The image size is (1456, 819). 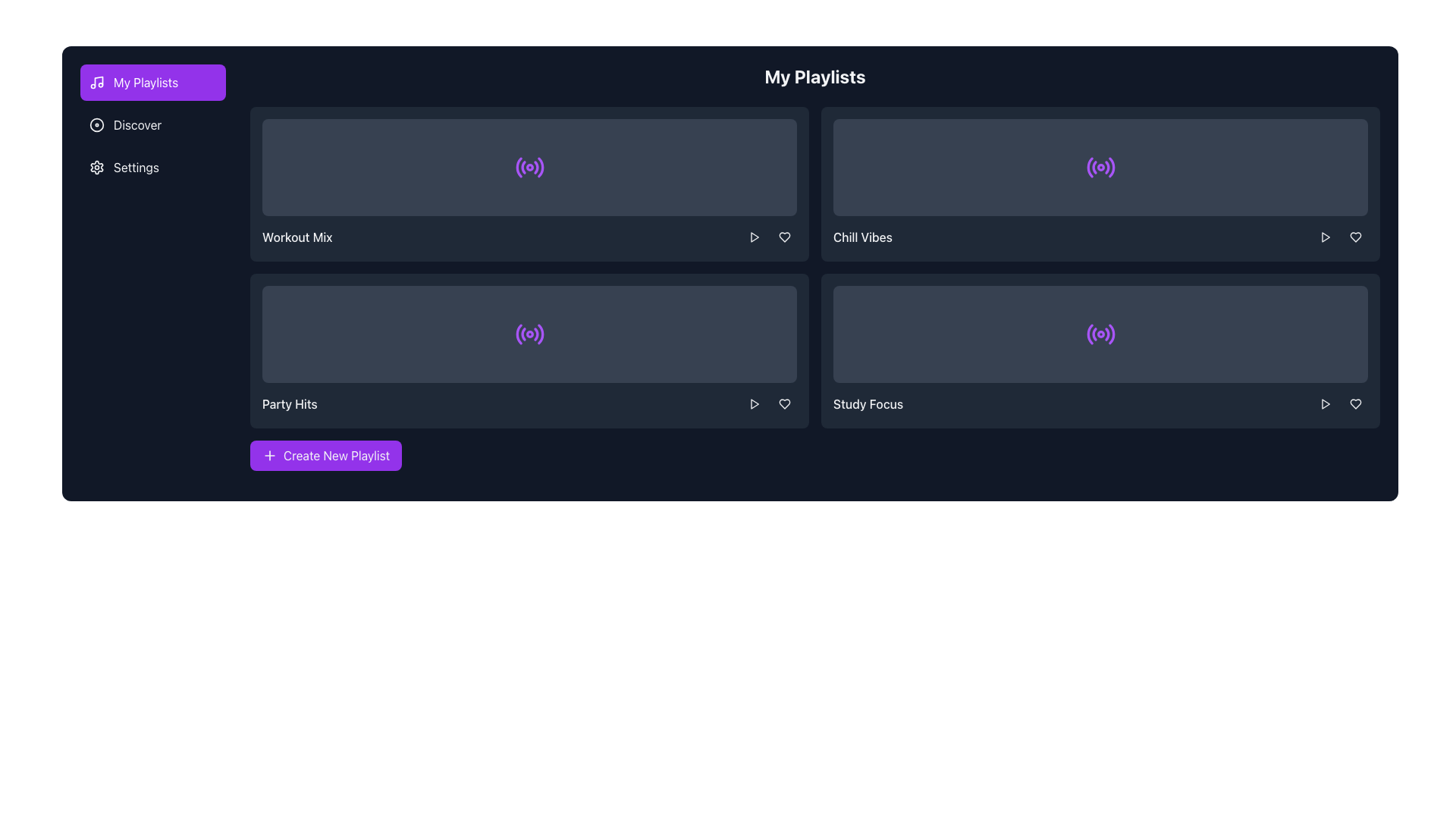 What do you see at coordinates (529, 333) in the screenshot?
I see `the surrounding interactive areas of the 'Party Hits' card by clicking on the central purple radio wave icon within the dark gray card` at bounding box center [529, 333].